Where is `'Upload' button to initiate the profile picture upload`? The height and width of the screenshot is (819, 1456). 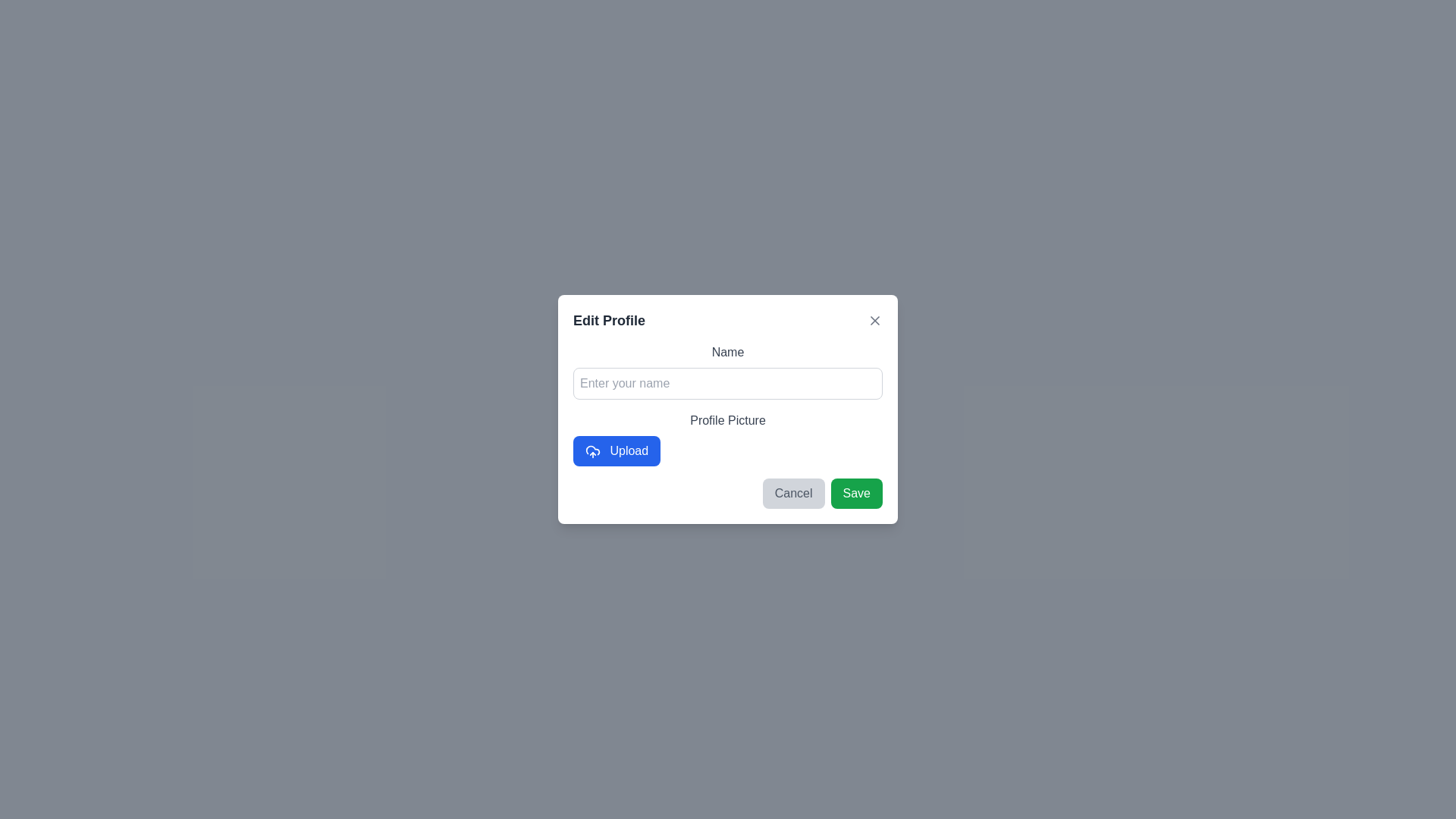 'Upload' button to initiate the profile picture upload is located at coordinates (616, 450).